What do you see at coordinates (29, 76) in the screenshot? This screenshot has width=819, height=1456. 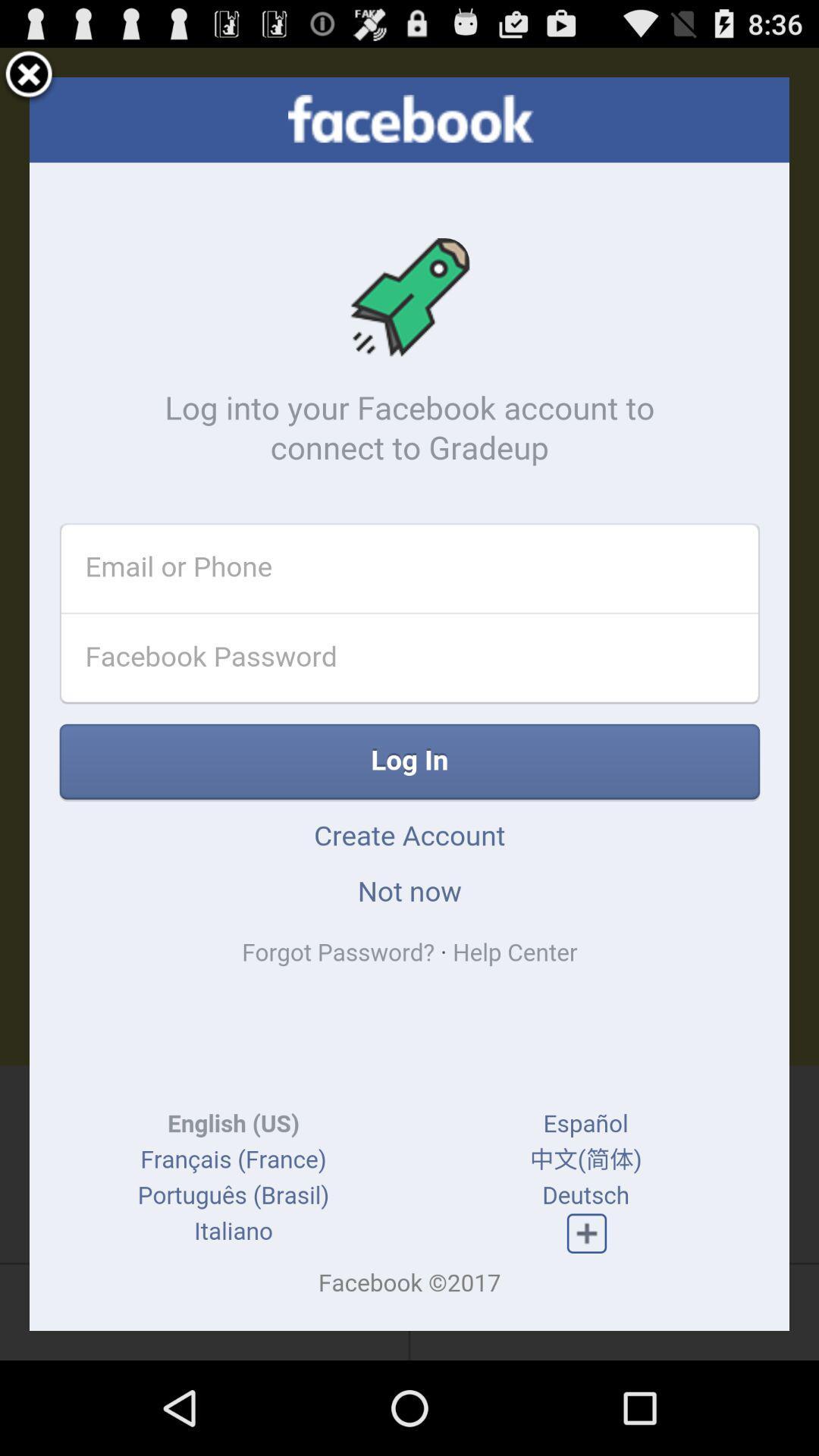 I see `leave the facebook app` at bounding box center [29, 76].